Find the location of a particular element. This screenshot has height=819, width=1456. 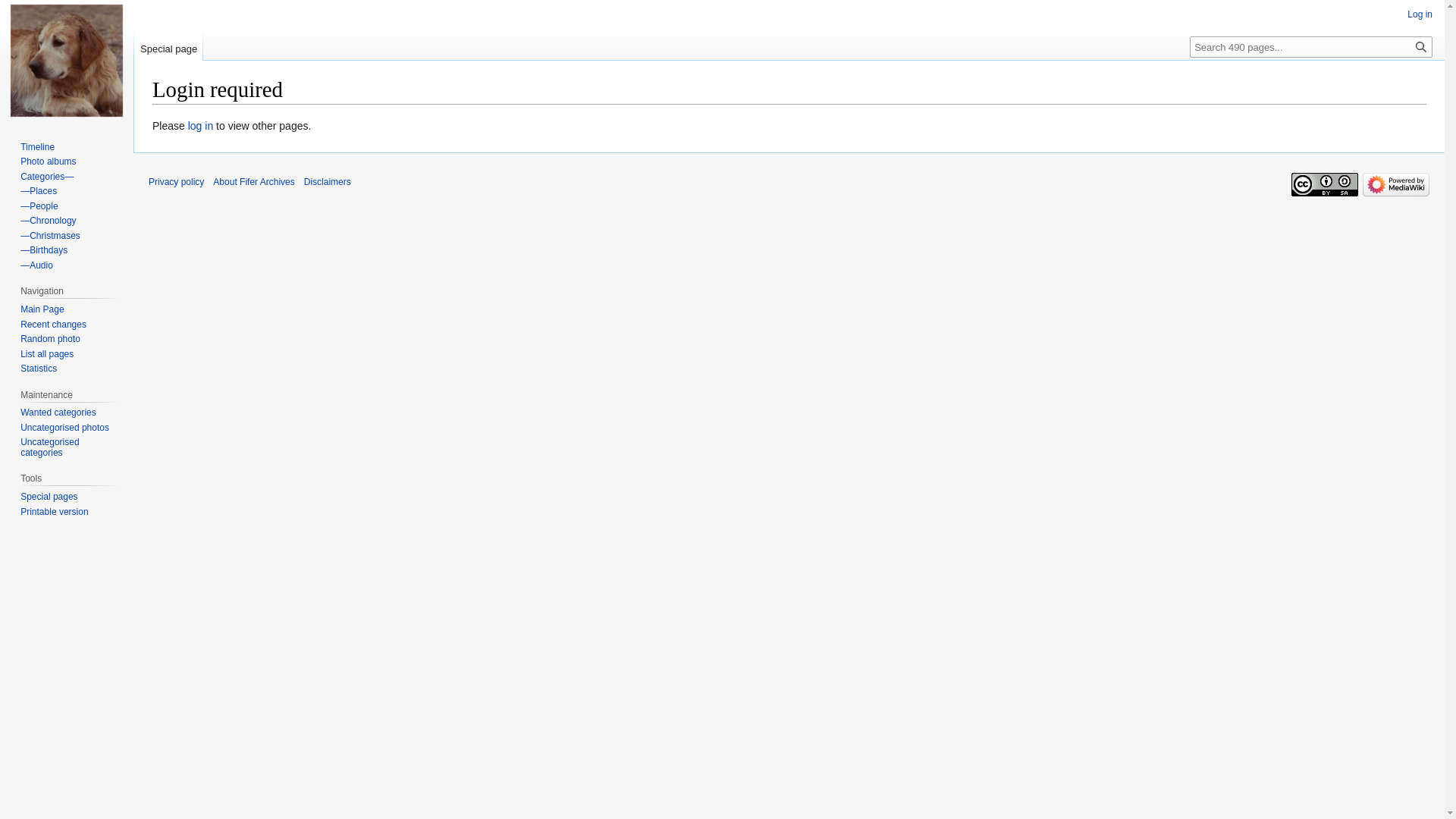

'Uncategorised categories' is located at coordinates (49, 447).